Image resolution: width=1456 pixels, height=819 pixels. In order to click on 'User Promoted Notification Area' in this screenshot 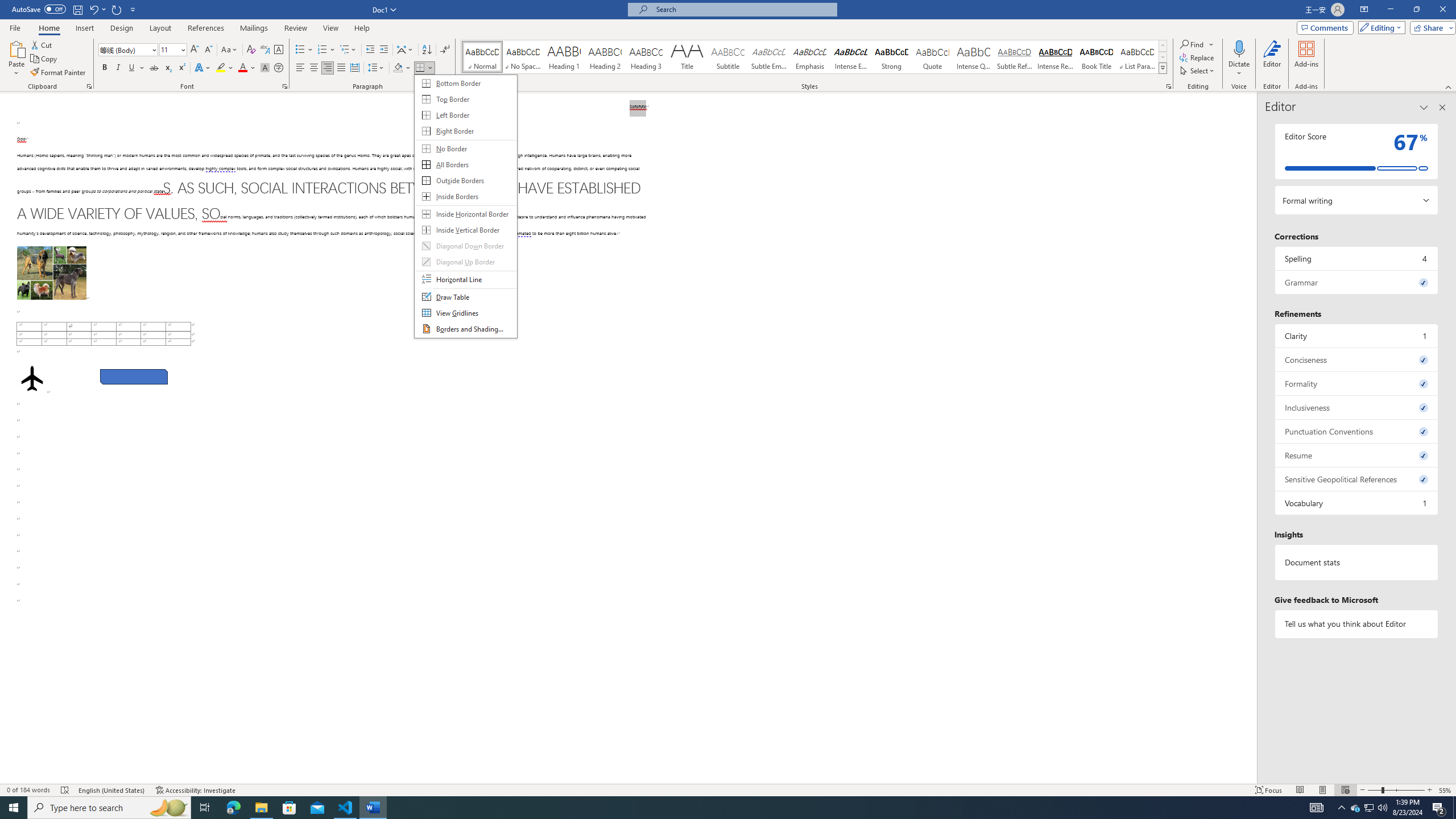, I will do `click(1368, 806)`.